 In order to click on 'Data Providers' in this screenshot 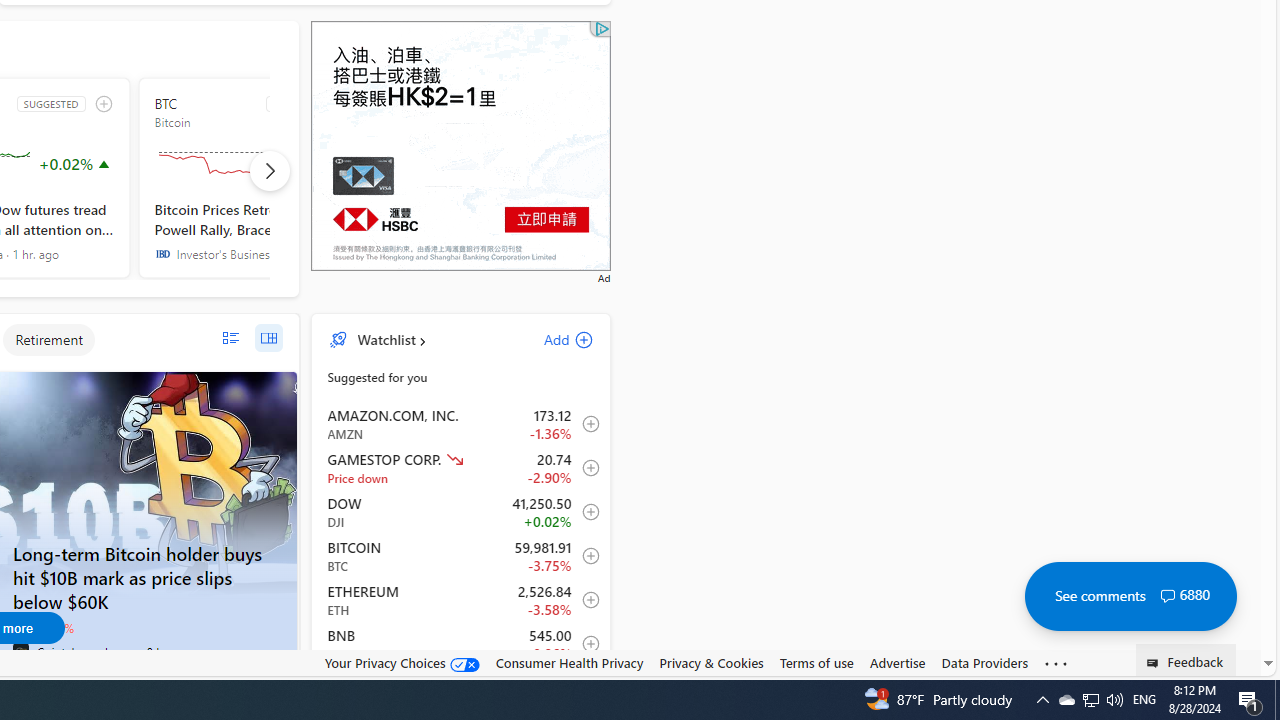, I will do `click(984, 663)`.